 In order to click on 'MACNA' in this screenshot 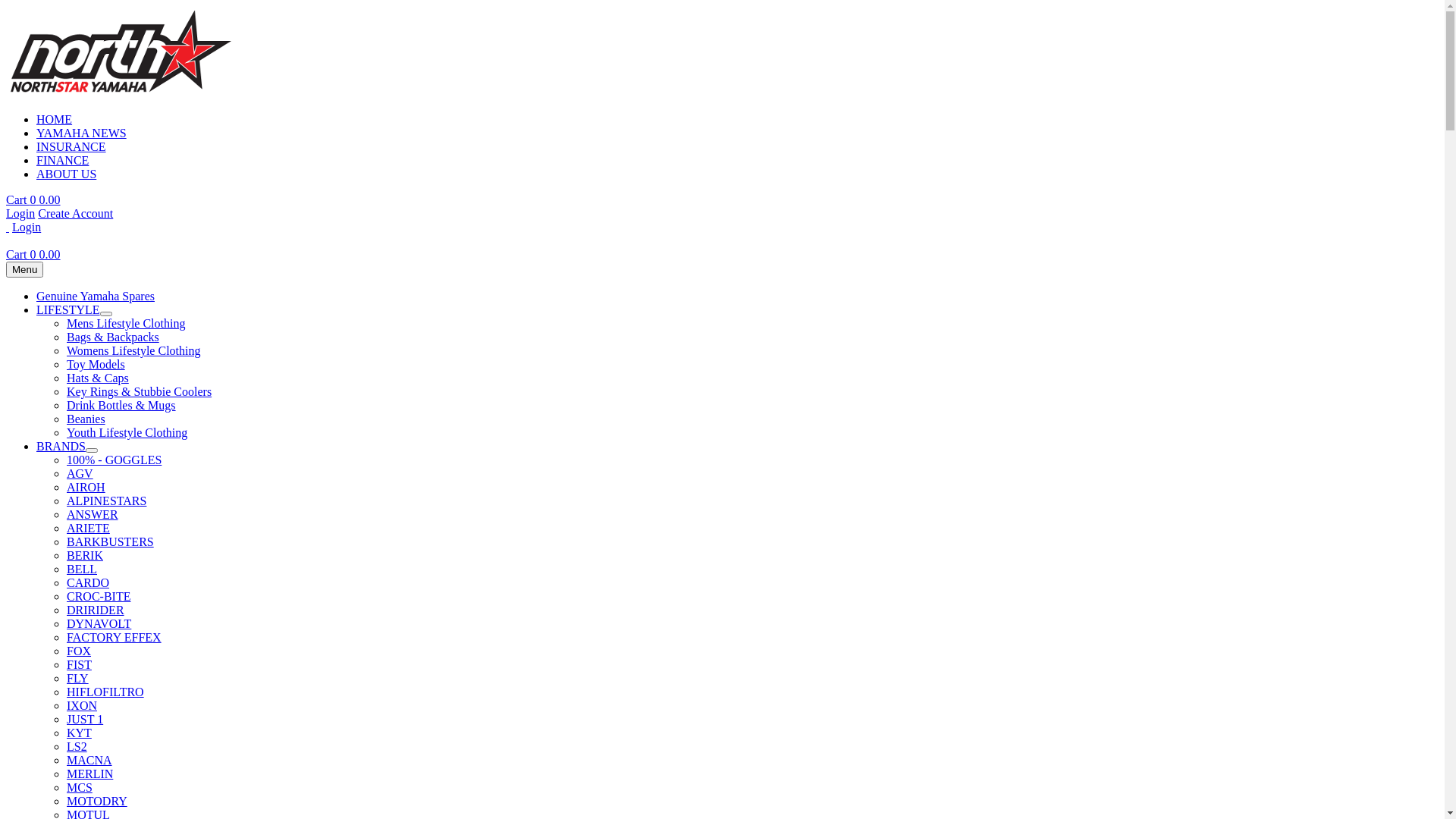, I will do `click(89, 760)`.